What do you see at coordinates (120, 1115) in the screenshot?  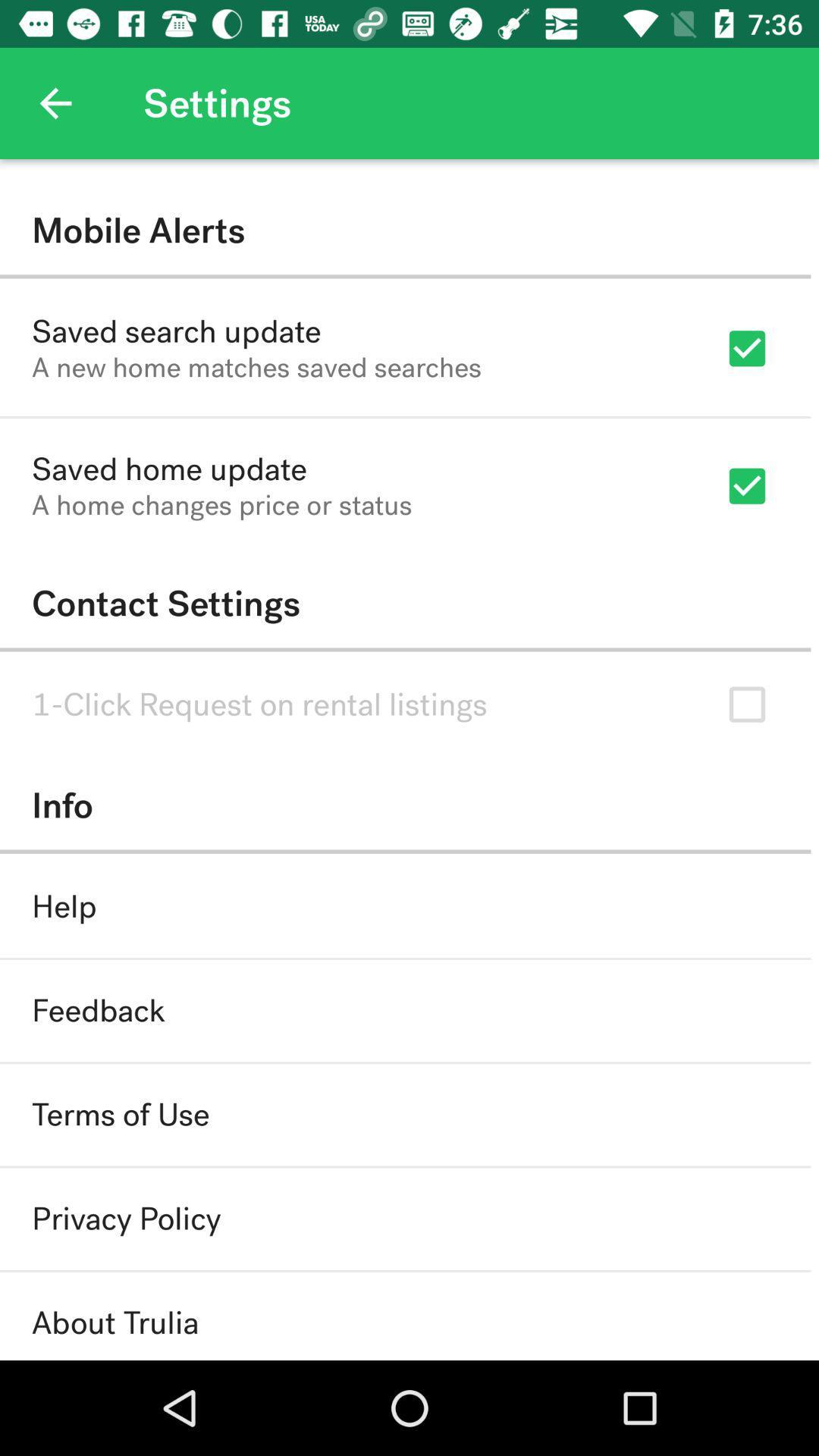 I see `terms of use item` at bounding box center [120, 1115].